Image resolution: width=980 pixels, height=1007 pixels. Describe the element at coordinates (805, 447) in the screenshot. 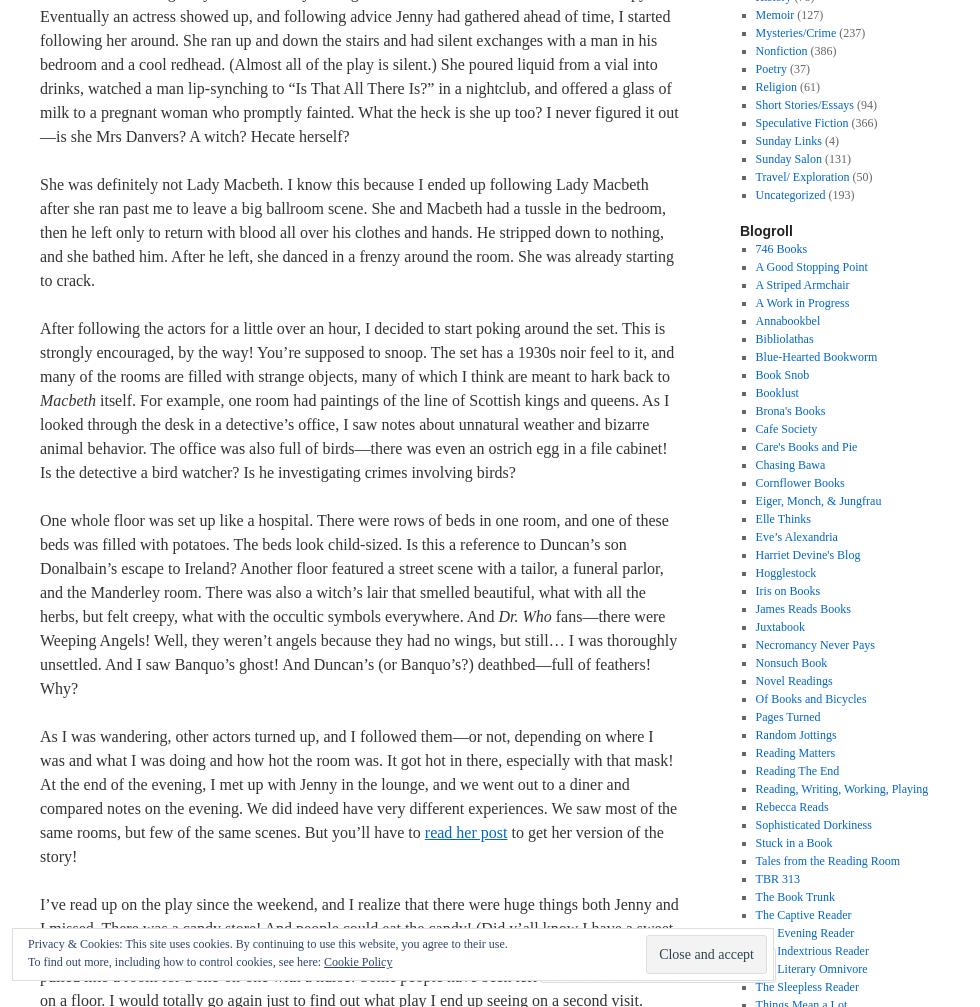

I see `'Care's Books and Pie'` at that location.